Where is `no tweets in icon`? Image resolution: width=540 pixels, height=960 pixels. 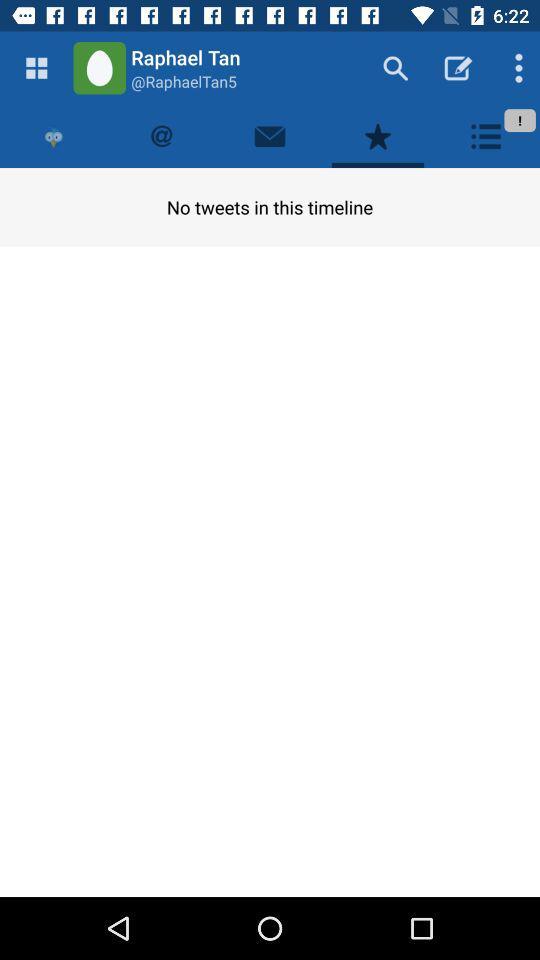
no tweets in icon is located at coordinates (270, 207).